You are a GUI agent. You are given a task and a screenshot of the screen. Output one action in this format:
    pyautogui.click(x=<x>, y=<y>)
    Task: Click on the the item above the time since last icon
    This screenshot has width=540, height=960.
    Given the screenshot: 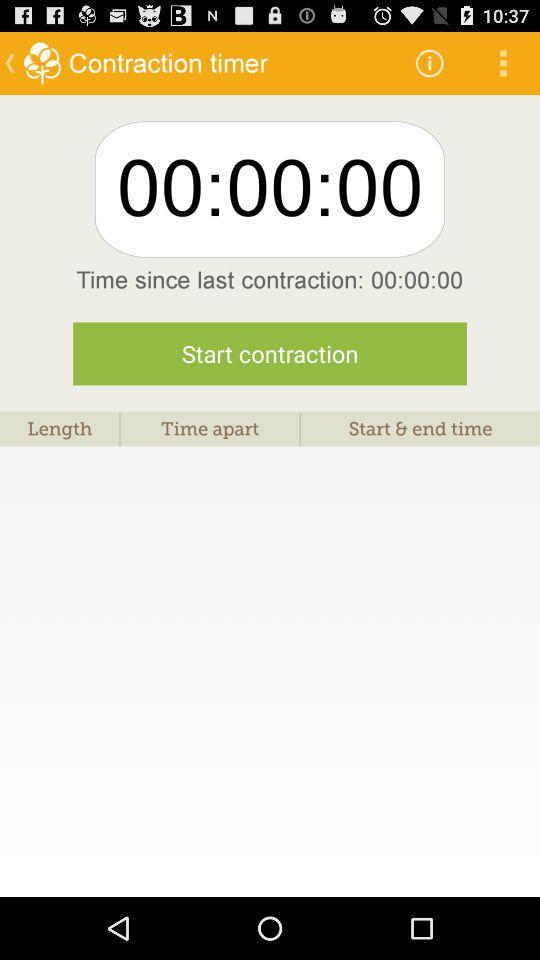 What is the action you would take?
    pyautogui.click(x=502, y=62)
    